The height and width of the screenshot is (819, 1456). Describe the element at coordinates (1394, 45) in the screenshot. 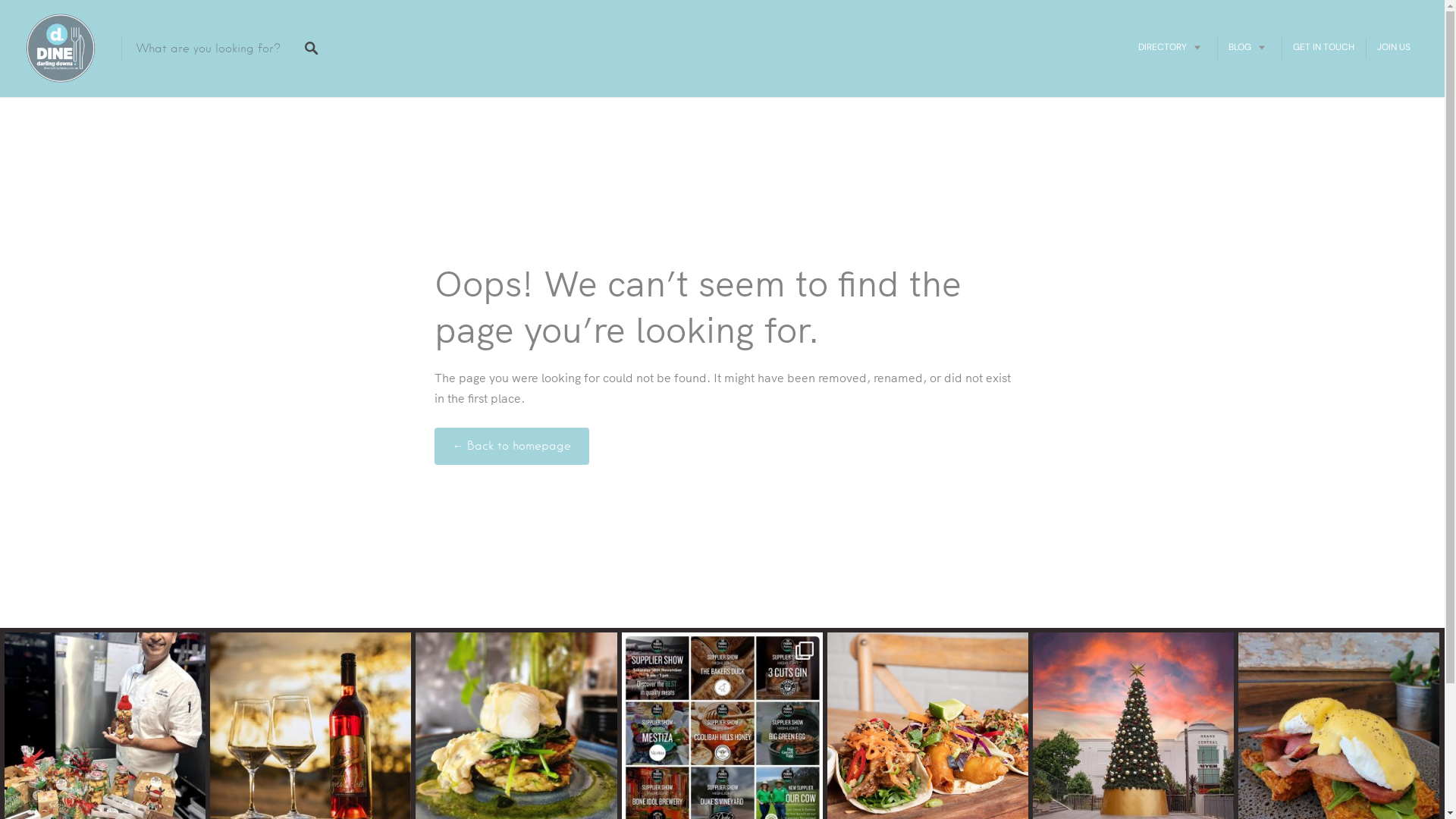

I see `'JOIN US'` at that location.